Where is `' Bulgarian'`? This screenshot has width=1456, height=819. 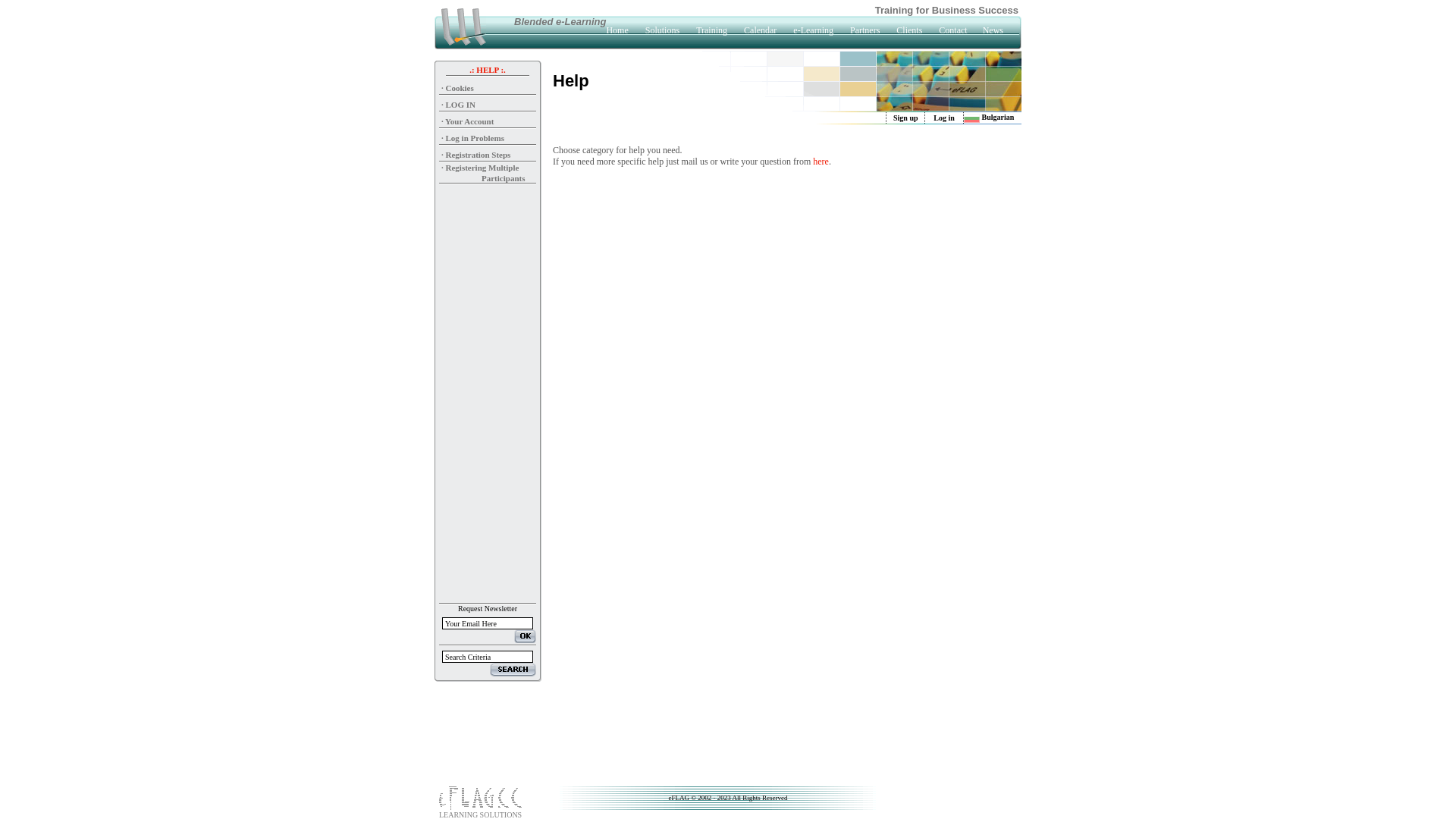 ' Bulgarian' is located at coordinates (989, 116).